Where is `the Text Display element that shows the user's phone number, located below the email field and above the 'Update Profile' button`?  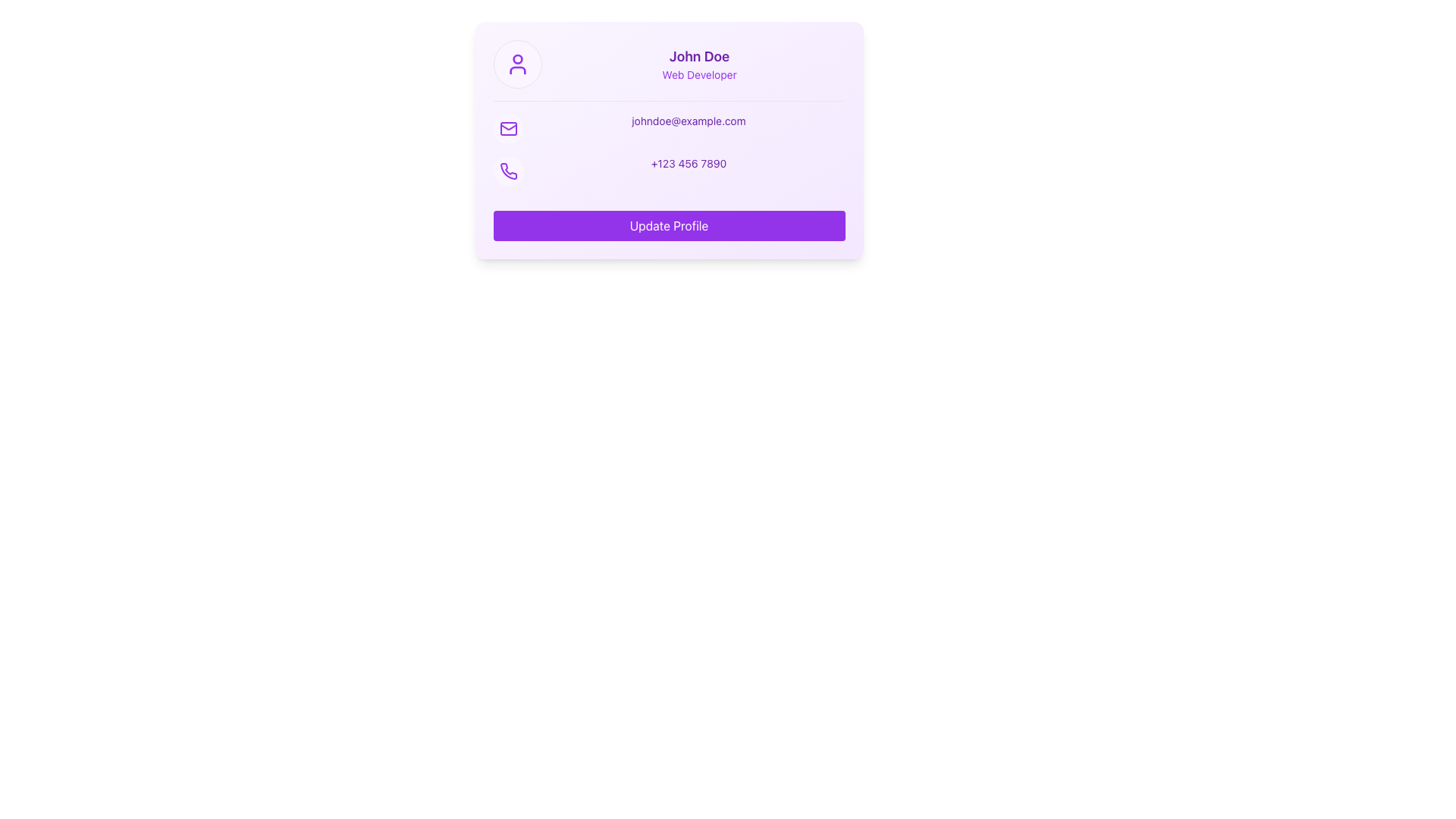
the Text Display element that shows the user's phone number, located below the email field and above the 'Update Profile' button is located at coordinates (668, 171).